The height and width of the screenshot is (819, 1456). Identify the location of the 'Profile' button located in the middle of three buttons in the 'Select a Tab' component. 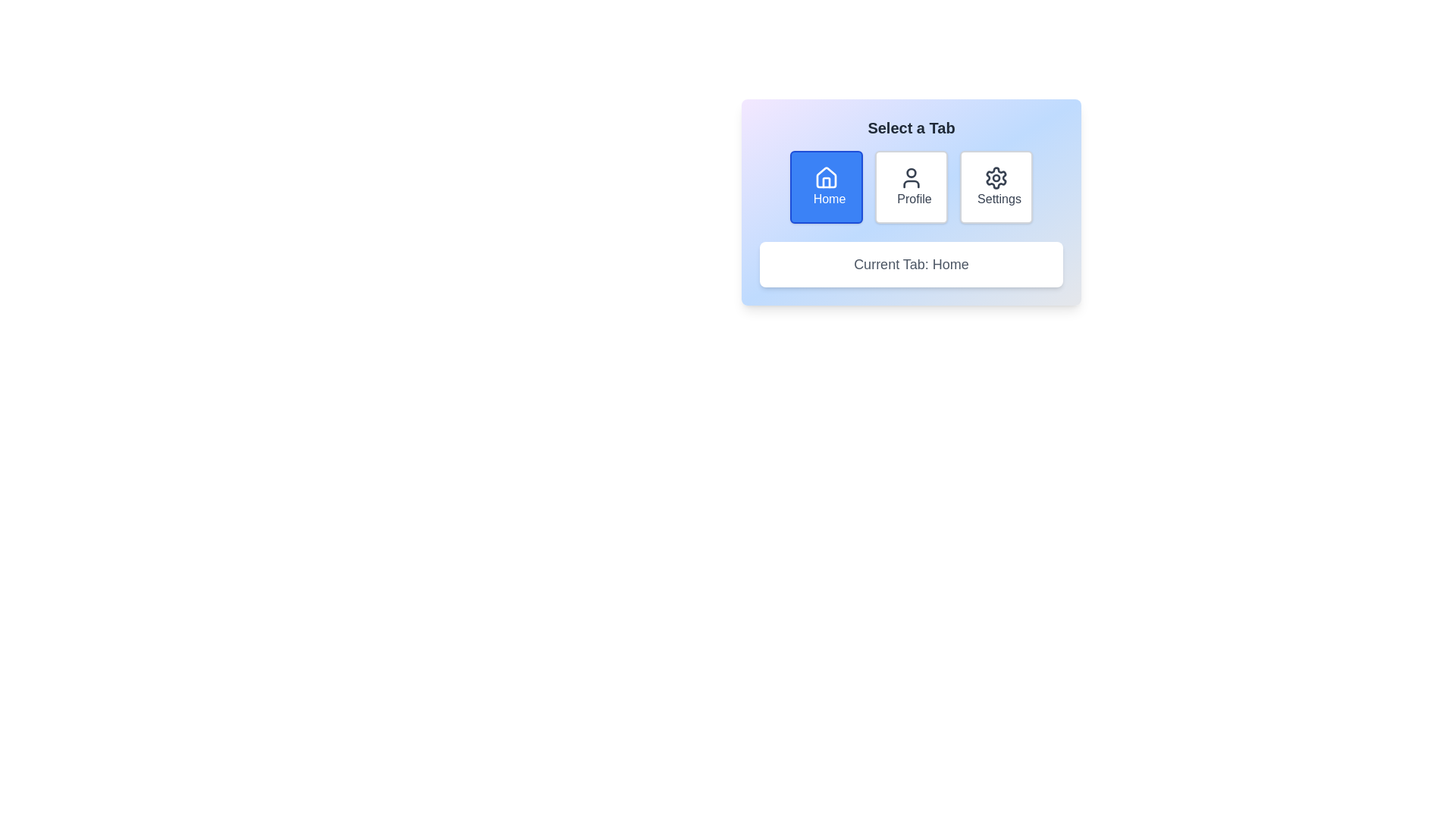
(910, 186).